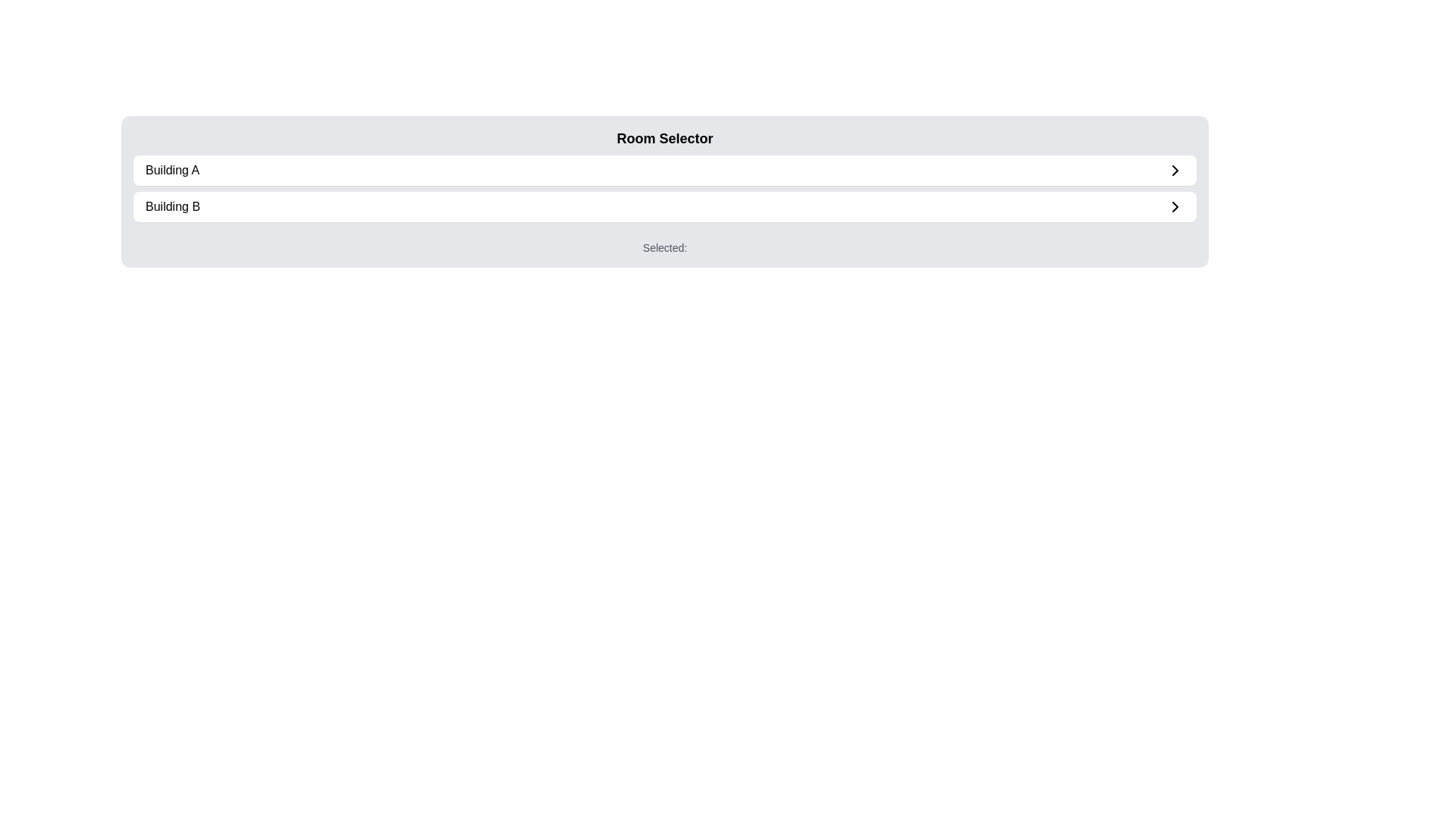 This screenshot has width=1456, height=819. Describe the element at coordinates (1175, 207) in the screenshot. I see `the right-facing chevron icon located at the end of the 'Building B' row in the Room Selector interface` at that location.